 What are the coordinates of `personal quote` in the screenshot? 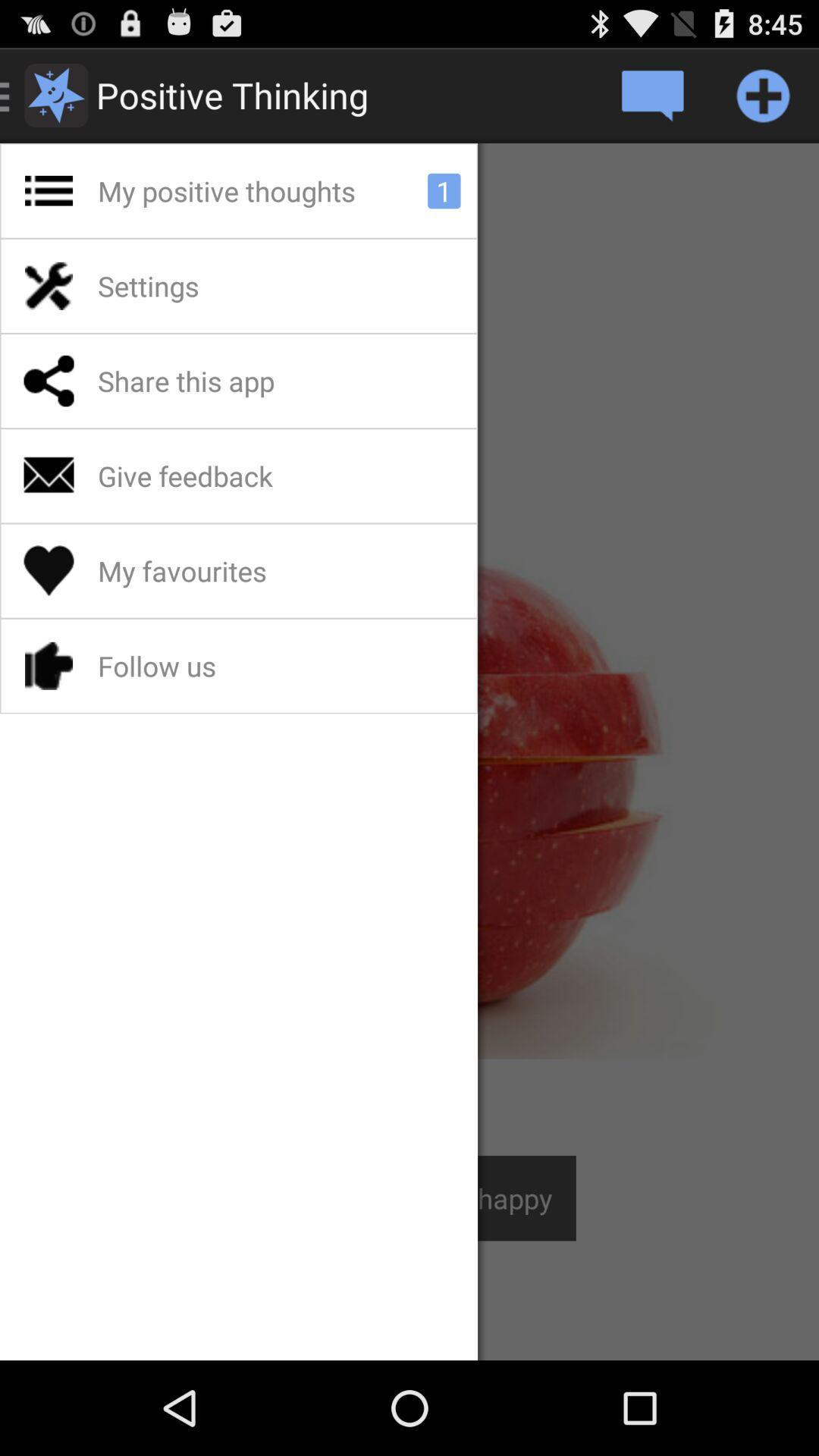 It's located at (651, 94).